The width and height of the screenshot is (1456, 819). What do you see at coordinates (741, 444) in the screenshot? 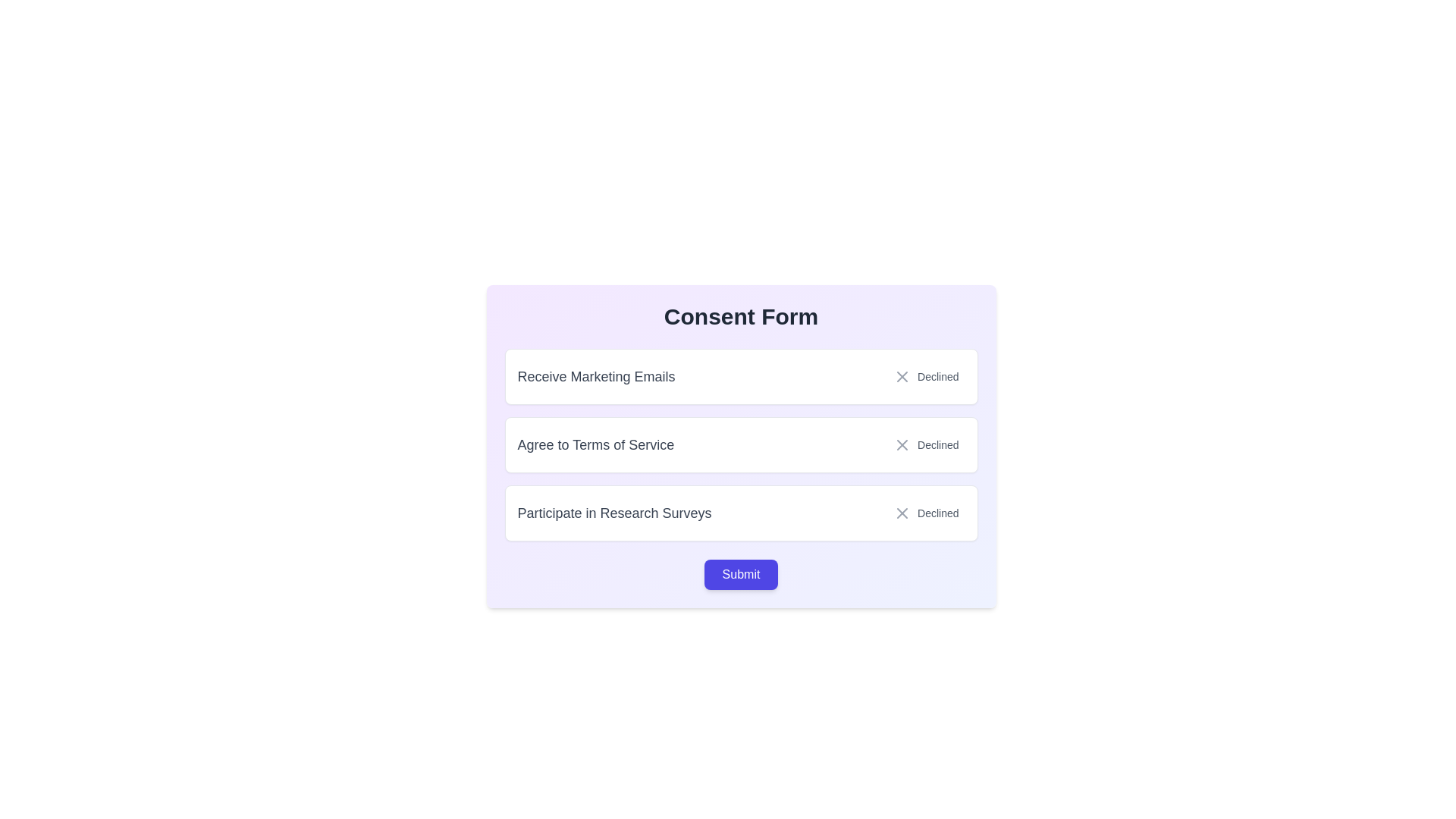
I see `the 'Agree to Terms of Service' element, which displays a status of 'Declined'` at bounding box center [741, 444].